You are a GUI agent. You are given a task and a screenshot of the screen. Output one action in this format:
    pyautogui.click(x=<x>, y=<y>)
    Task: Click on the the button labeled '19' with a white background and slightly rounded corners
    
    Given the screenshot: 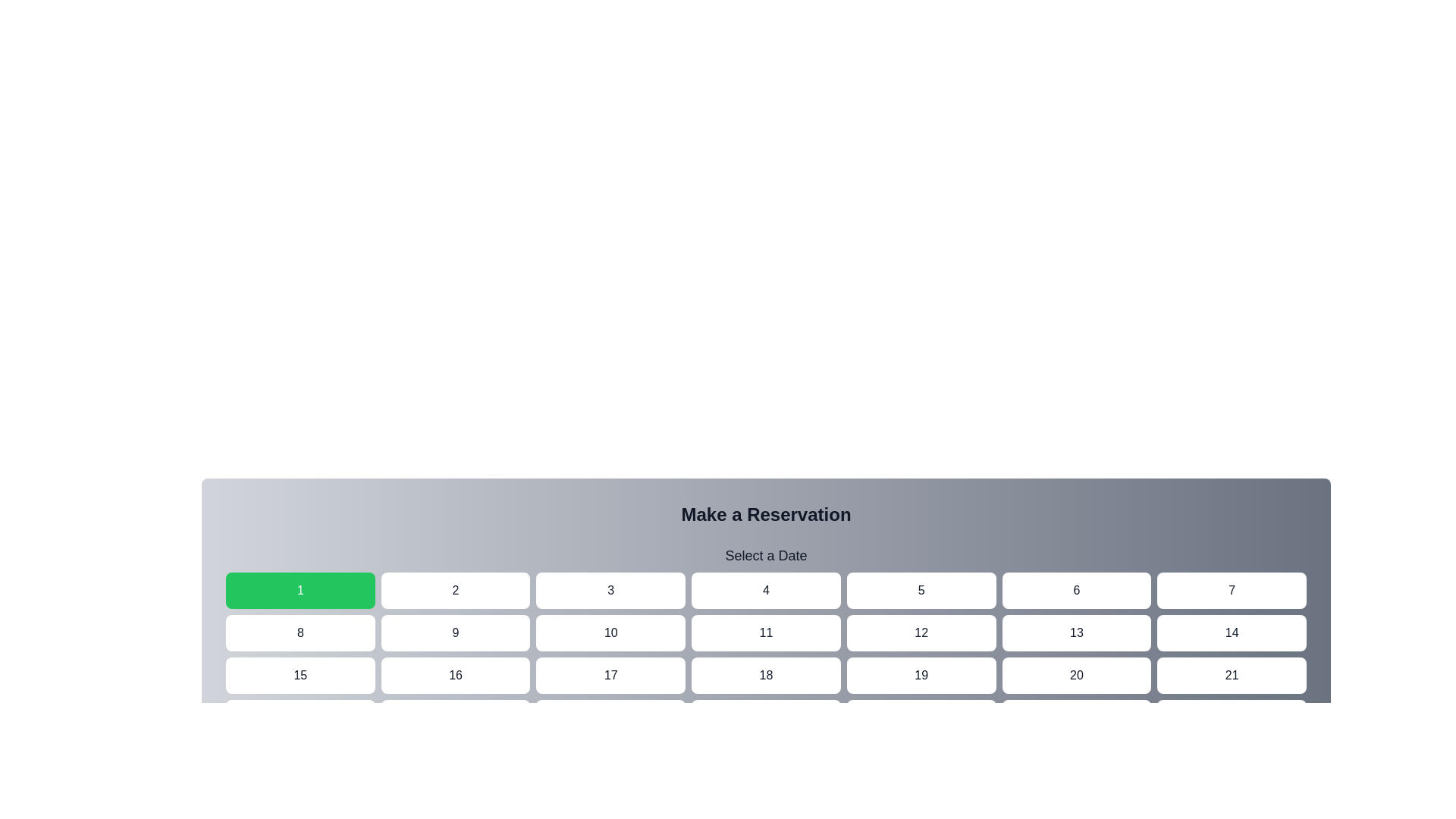 What is the action you would take?
    pyautogui.click(x=921, y=675)
    